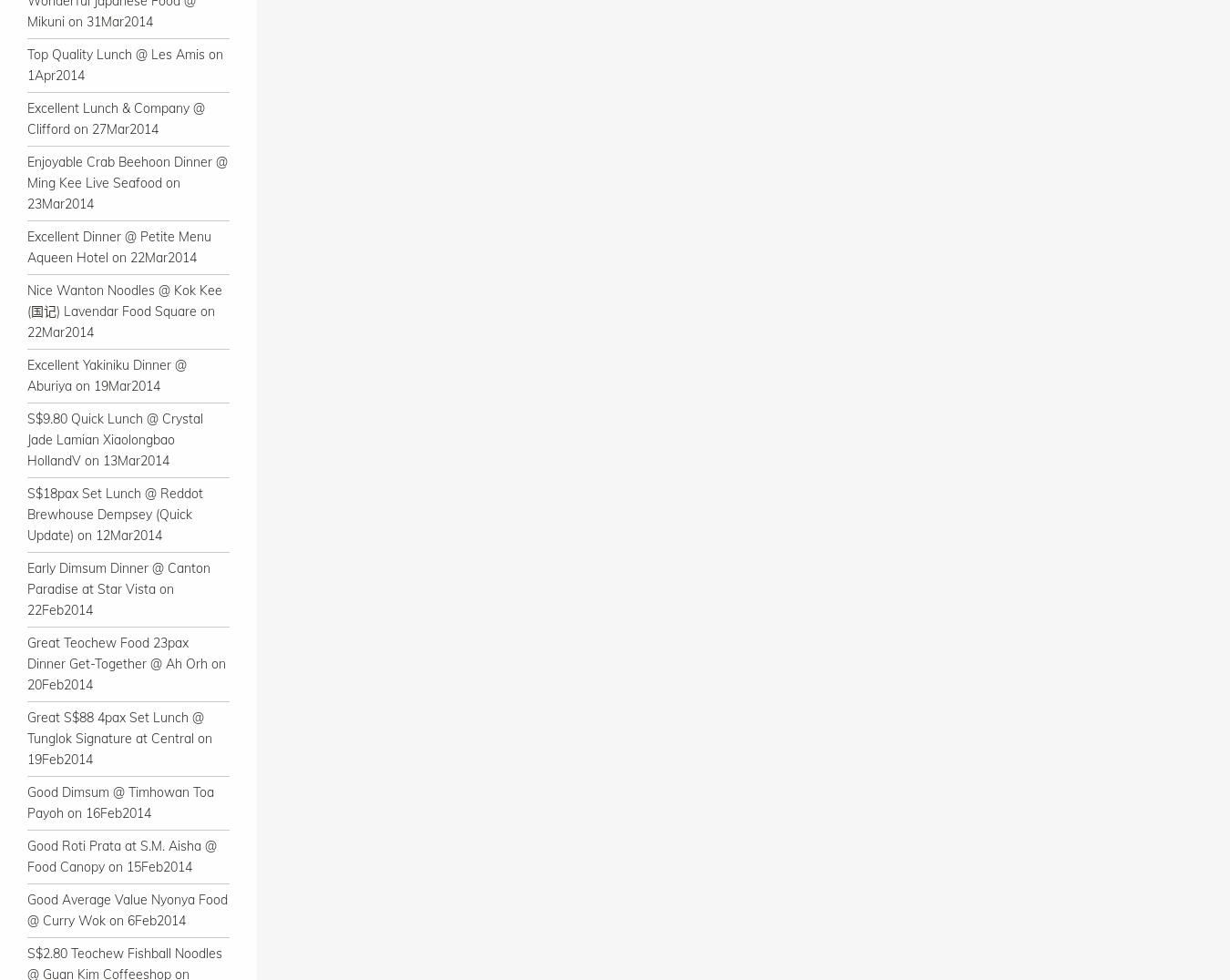  What do you see at coordinates (122, 855) in the screenshot?
I see `'Good Roti Prata at S.M. Aisha @ Food Canopy on 15Feb2014'` at bounding box center [122, 855].